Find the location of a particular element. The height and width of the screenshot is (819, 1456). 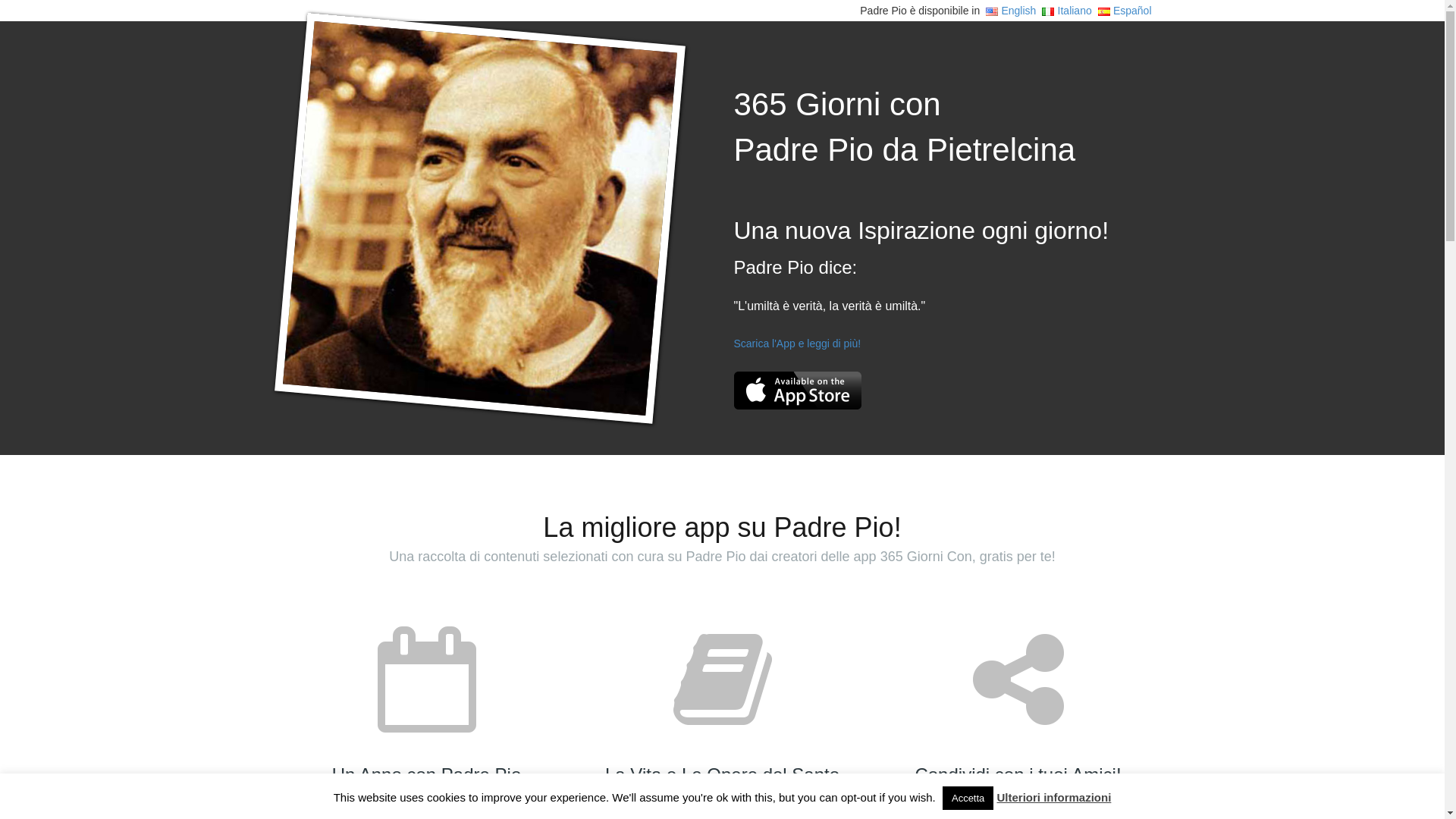

'Accetta' is located at coordinates (967, 797).